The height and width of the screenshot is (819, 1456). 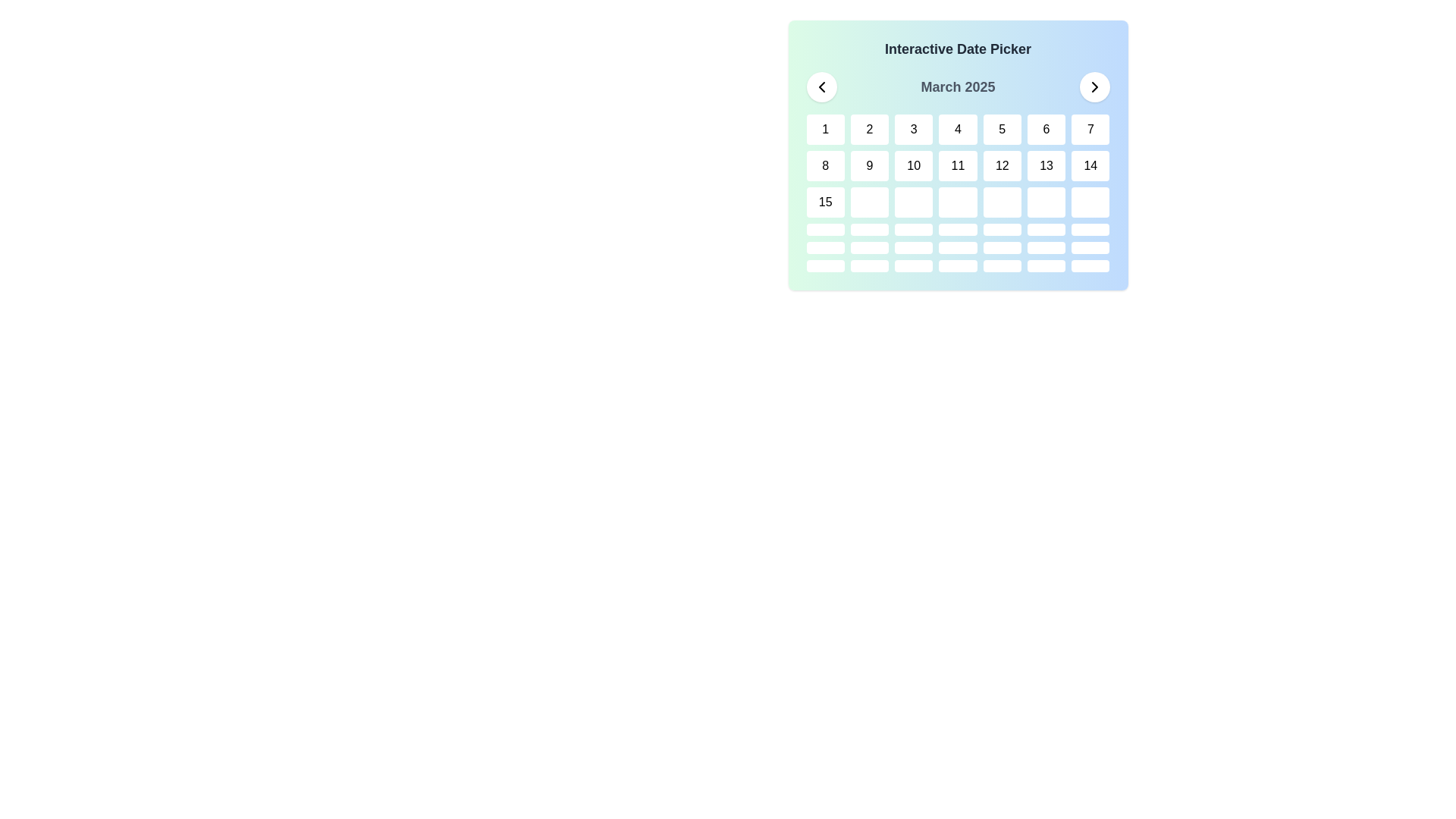 I want to click on the interactive button located in the 4th row and 4th column of the graphical date picker widget, so click(x=957, y=247).